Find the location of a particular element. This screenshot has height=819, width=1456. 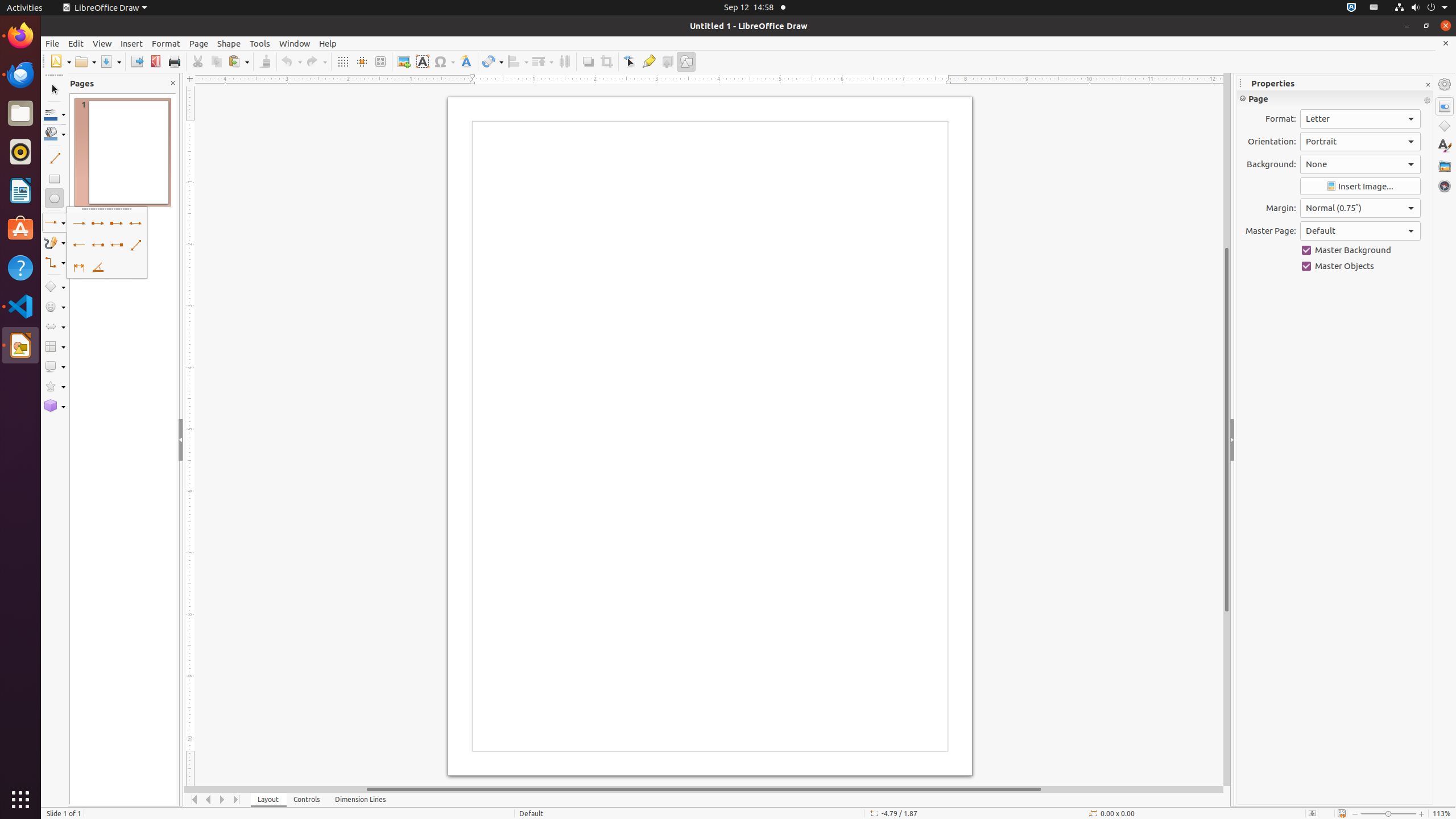

'Page' is located at coordinates (198, 43).